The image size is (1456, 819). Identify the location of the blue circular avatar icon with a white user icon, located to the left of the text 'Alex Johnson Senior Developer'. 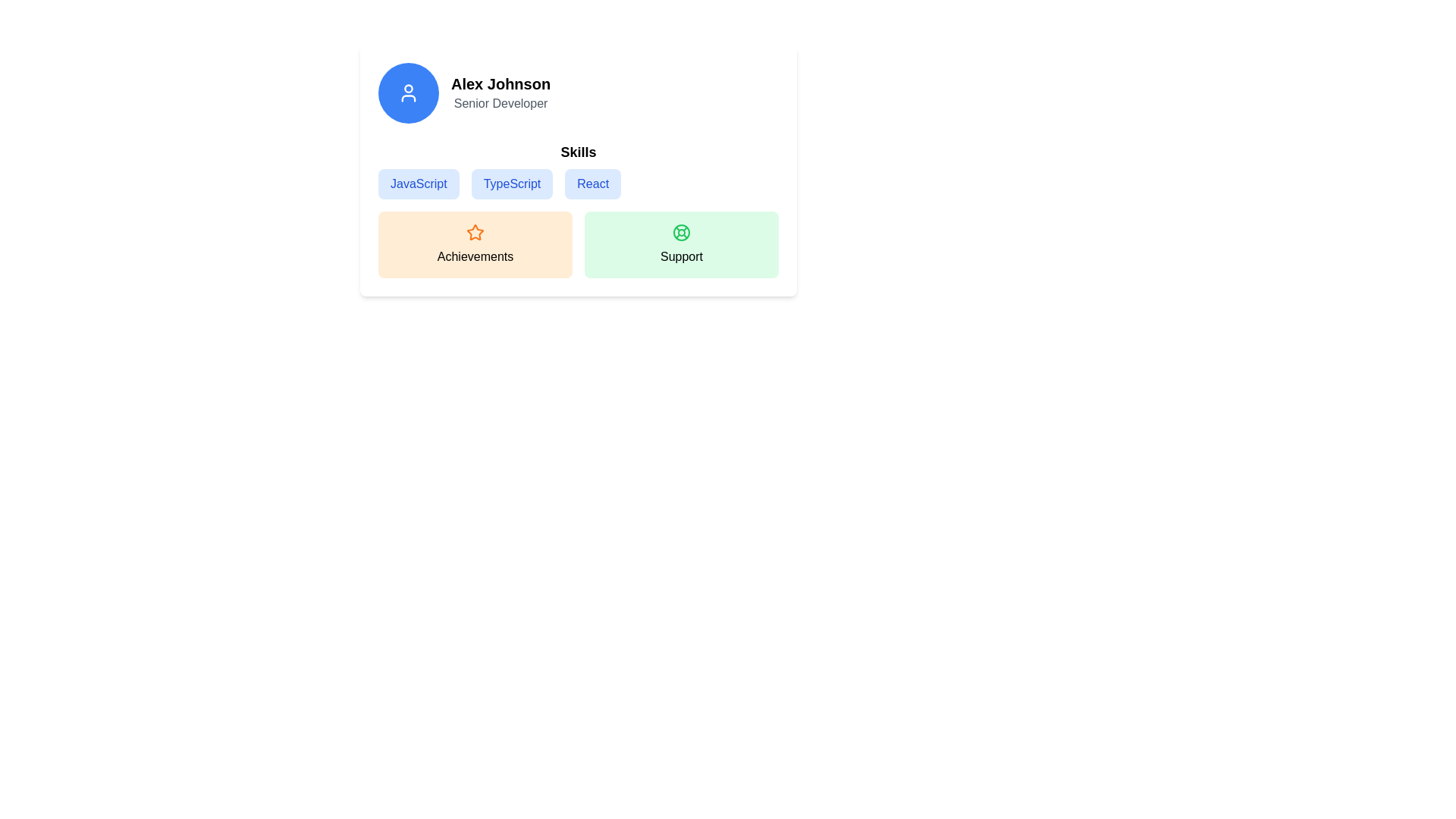
(408, 93).